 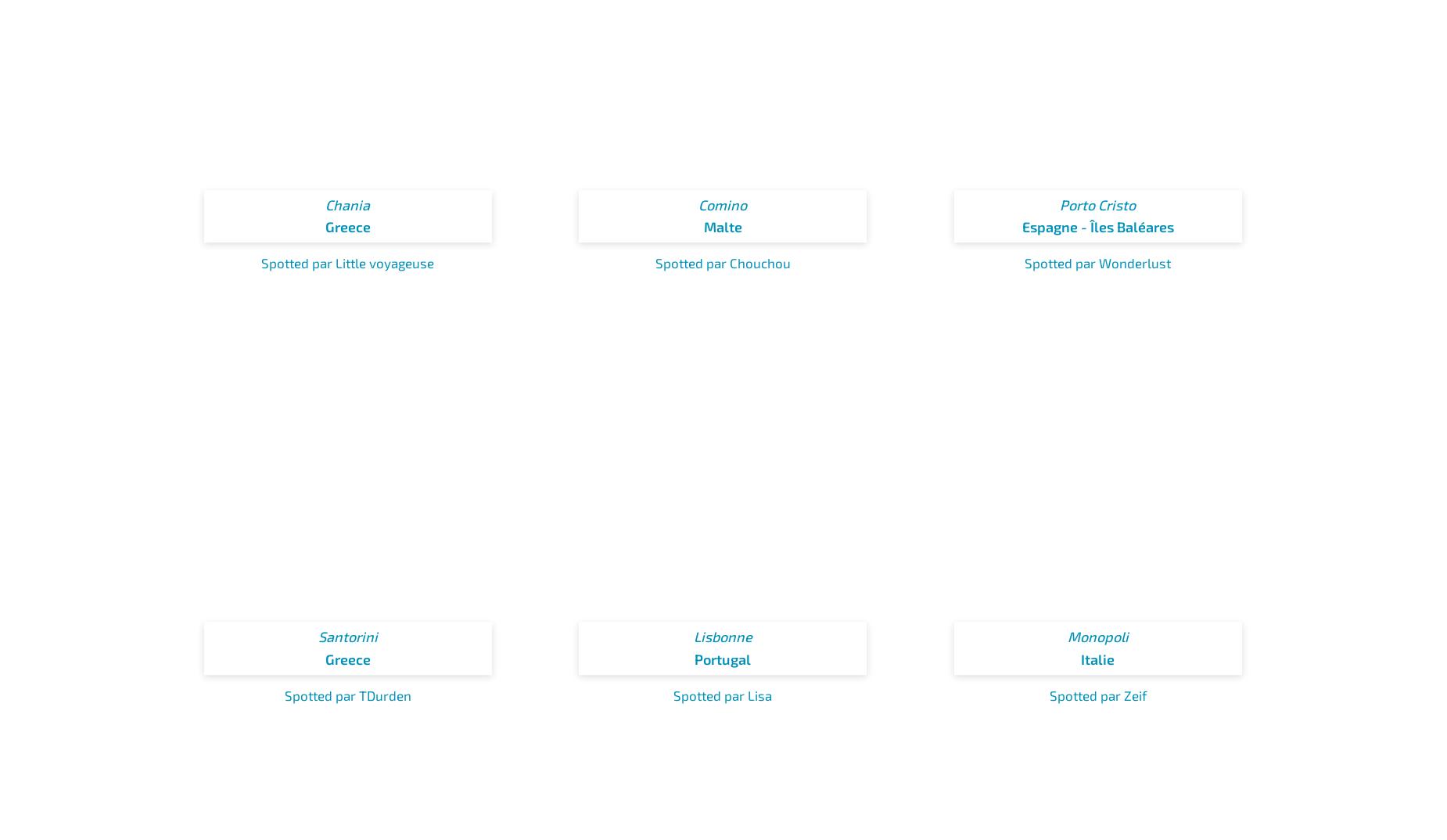 What do you see at coordinates (1020, 226) in the screenshot?
I see `'Espagne - Îles Baléares'` at bounding box center [1020, 226].